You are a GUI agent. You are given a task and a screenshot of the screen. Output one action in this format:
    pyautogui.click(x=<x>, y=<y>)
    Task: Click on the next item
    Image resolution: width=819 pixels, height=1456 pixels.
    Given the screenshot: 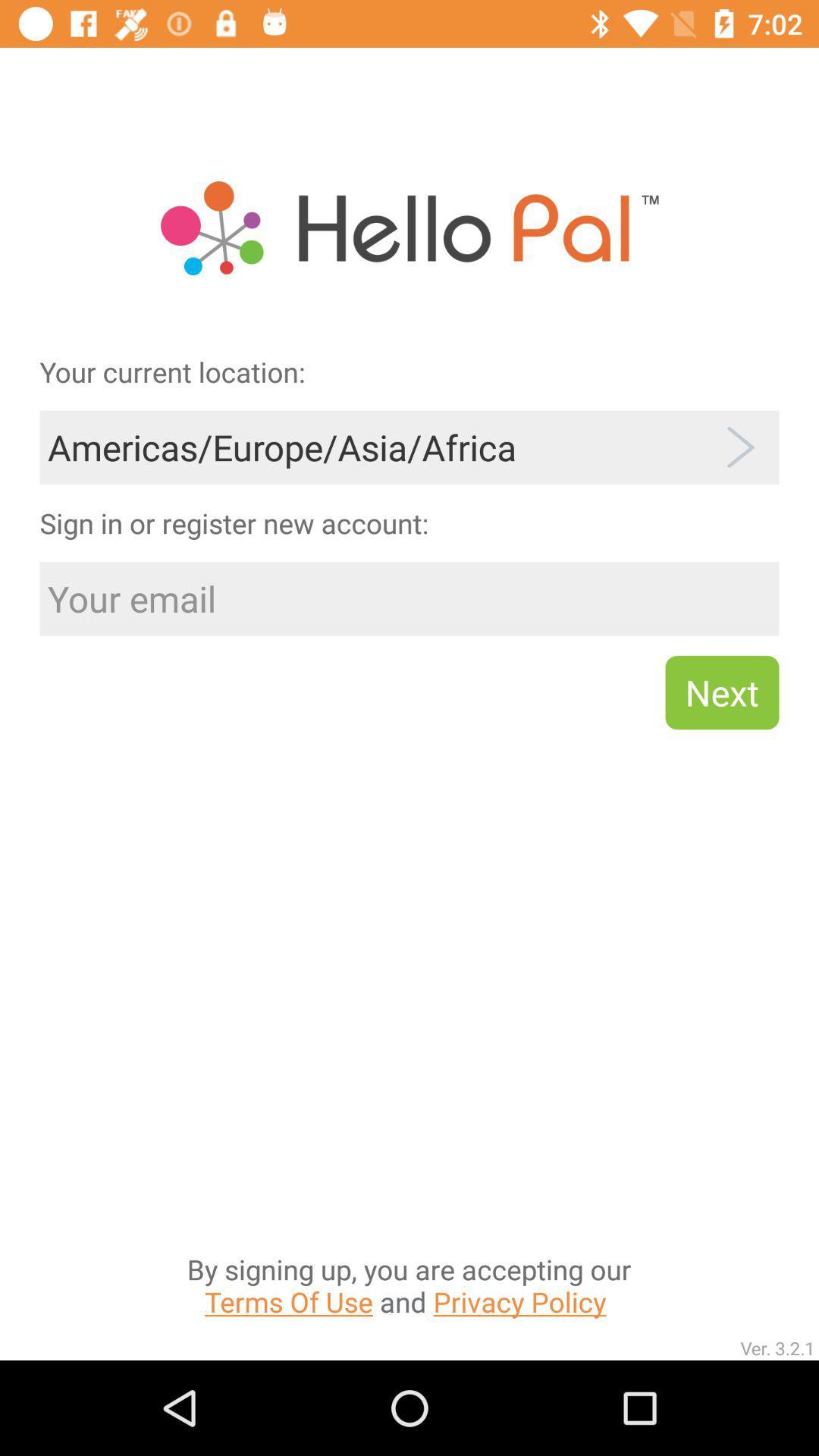 What is the action you would take?
    pyautogui.click(x=721, y=692)
    